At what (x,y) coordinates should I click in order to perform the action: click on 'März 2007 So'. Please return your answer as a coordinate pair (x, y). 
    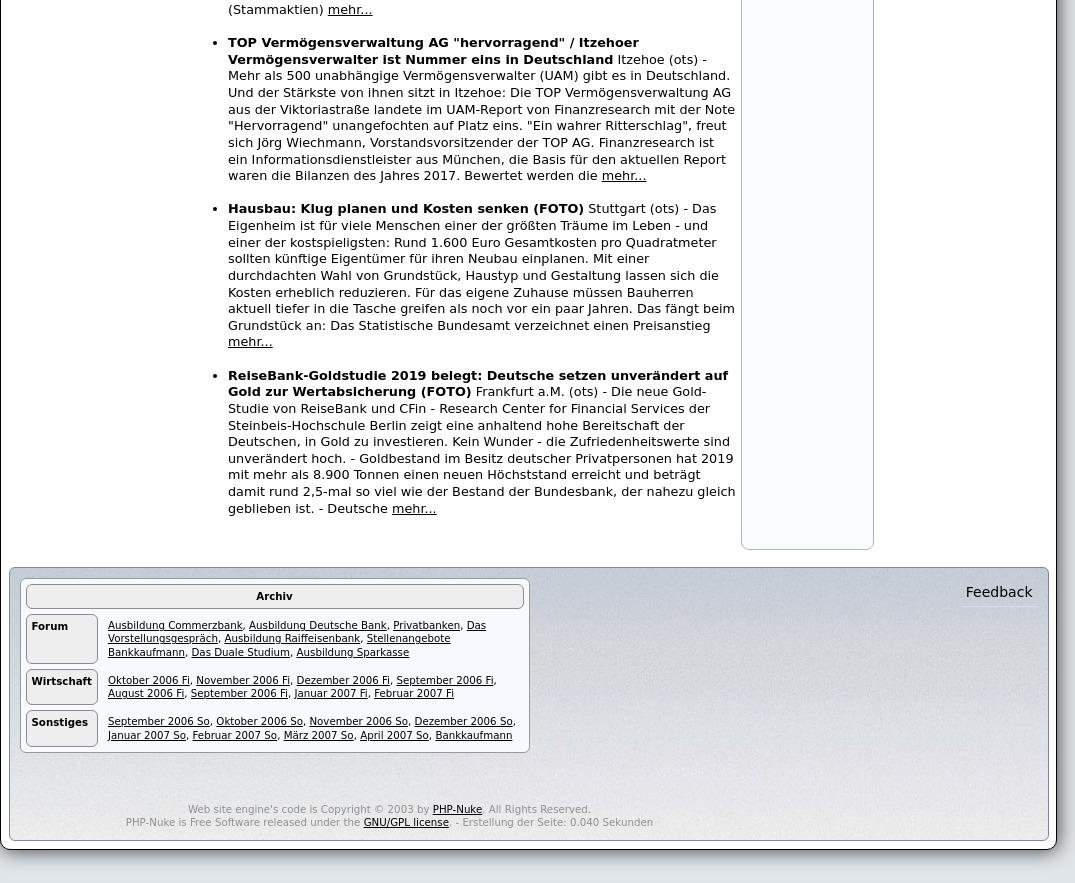
    Looking at the image, I should click on (316, 733).